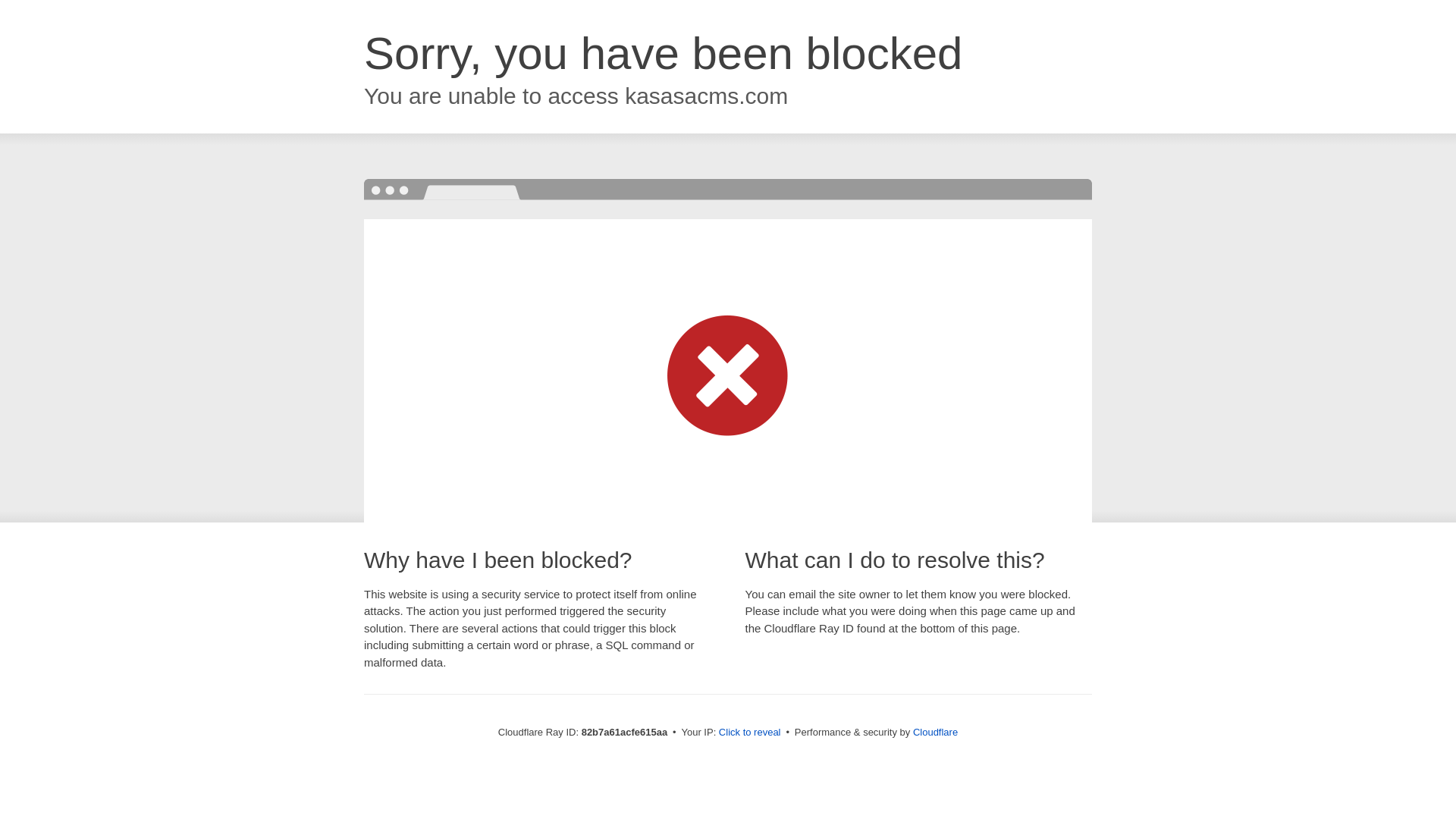  I want to click on 'Cloudflare', so click(934, 731).